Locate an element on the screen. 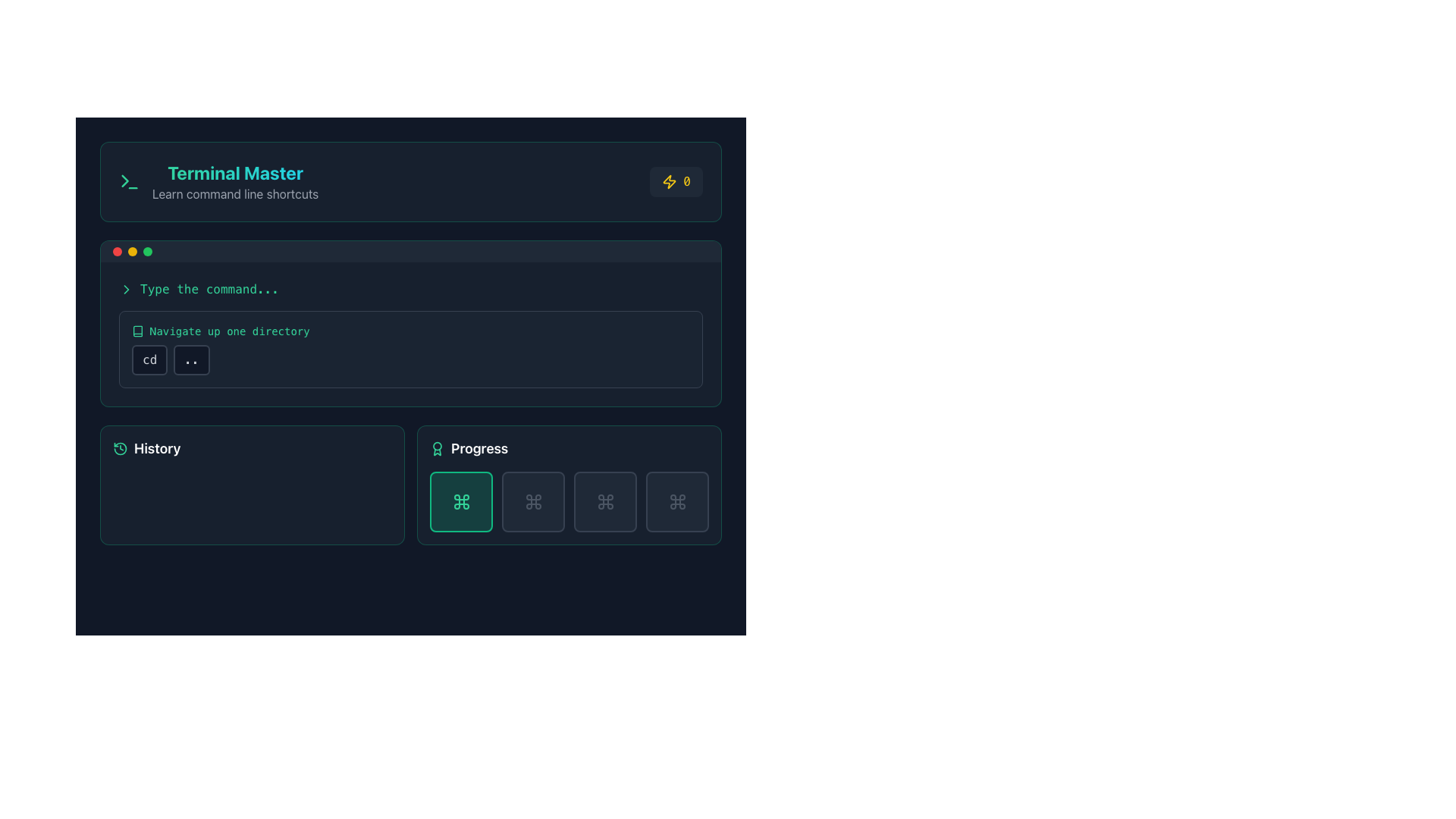  command-shaped icon resembling a clover located in the 'Progress' section, which is the second button in a sequence of four similar buttons is located at coordinates (533, 502).